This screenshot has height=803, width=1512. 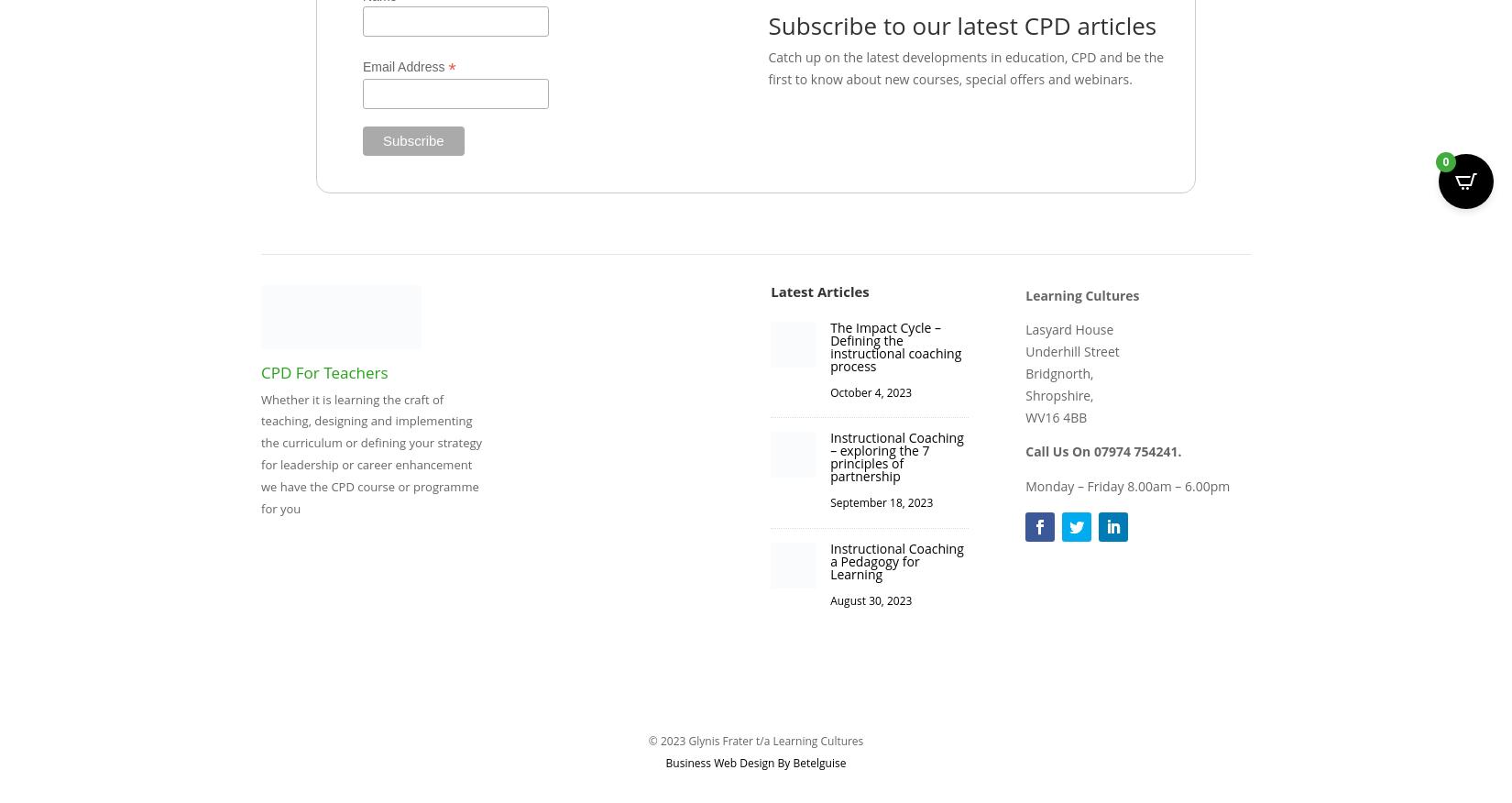 What do you see at coordinates (966, 68) in the screenshot?
I see `'Catch up on the latest developments in education, CPD and be the first to know about new courses, special offers and webinars.'` at bounding box center [966, 68].